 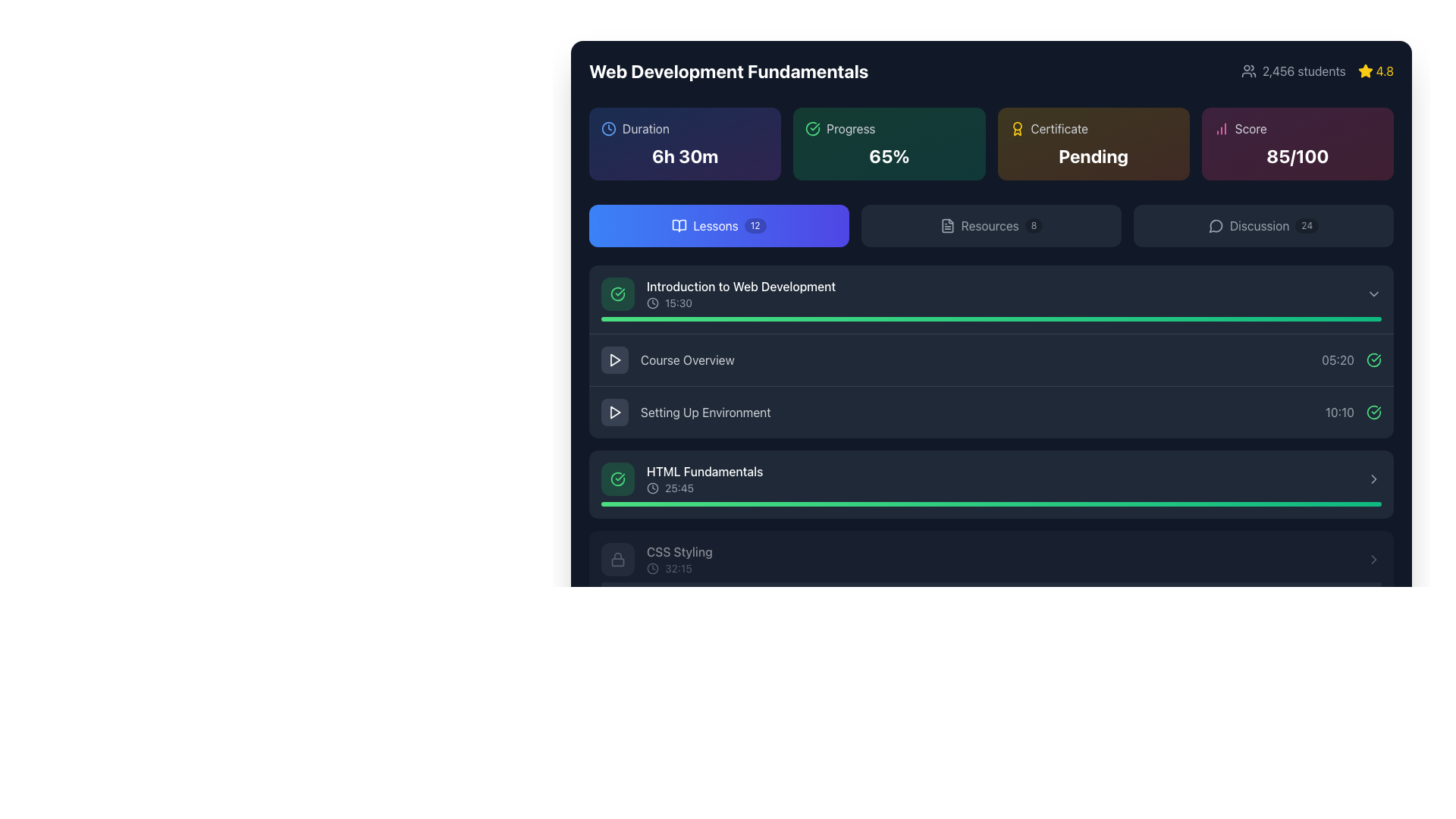 I want to click on the 'Resources' text label in the navigation bar, so click(x=990, y=225).